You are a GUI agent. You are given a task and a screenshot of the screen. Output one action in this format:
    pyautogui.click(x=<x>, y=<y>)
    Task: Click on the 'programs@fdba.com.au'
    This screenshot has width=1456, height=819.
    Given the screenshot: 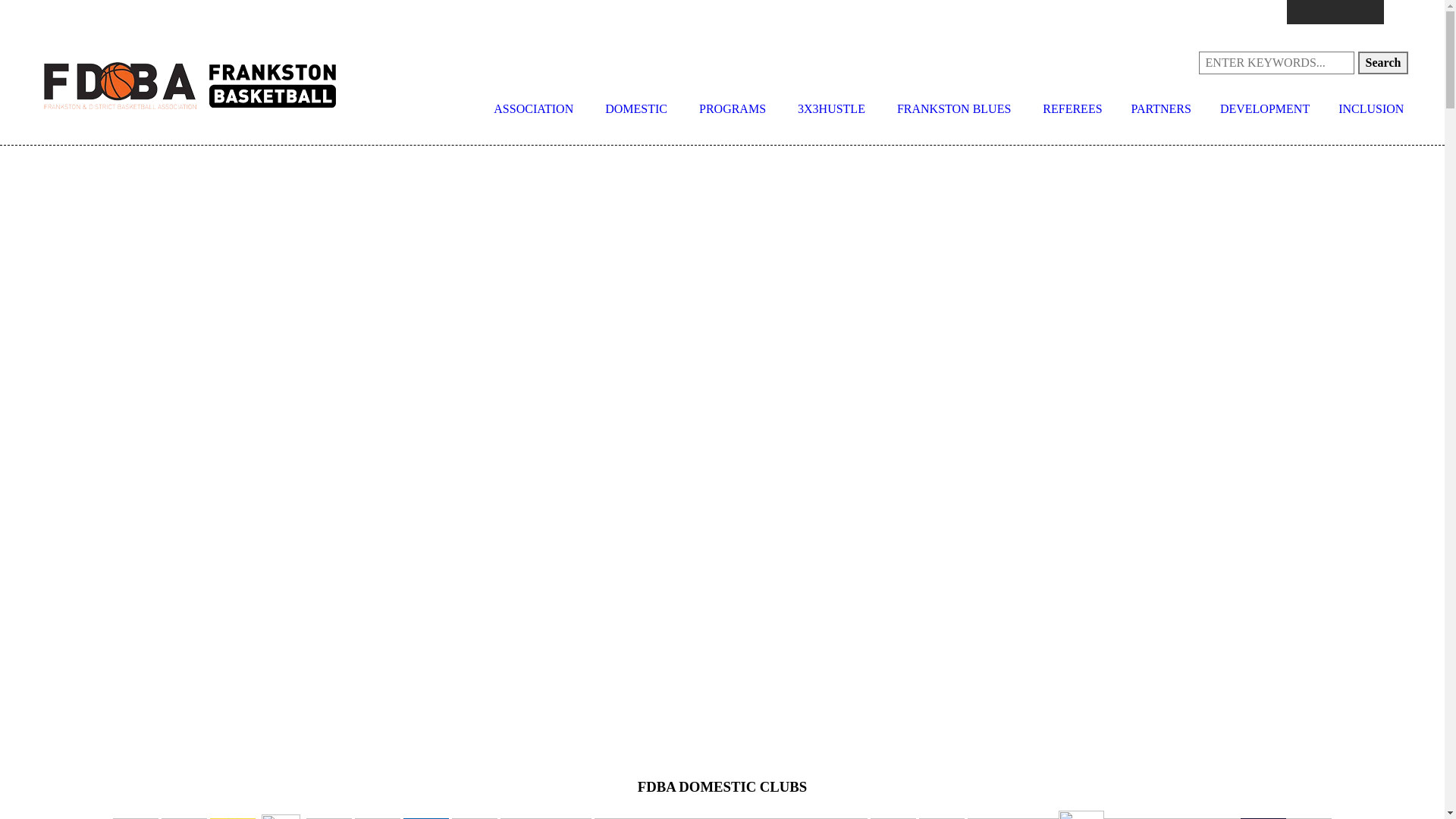 What is the action you would take?
    pyautogui.click(x=476, y=11)
    